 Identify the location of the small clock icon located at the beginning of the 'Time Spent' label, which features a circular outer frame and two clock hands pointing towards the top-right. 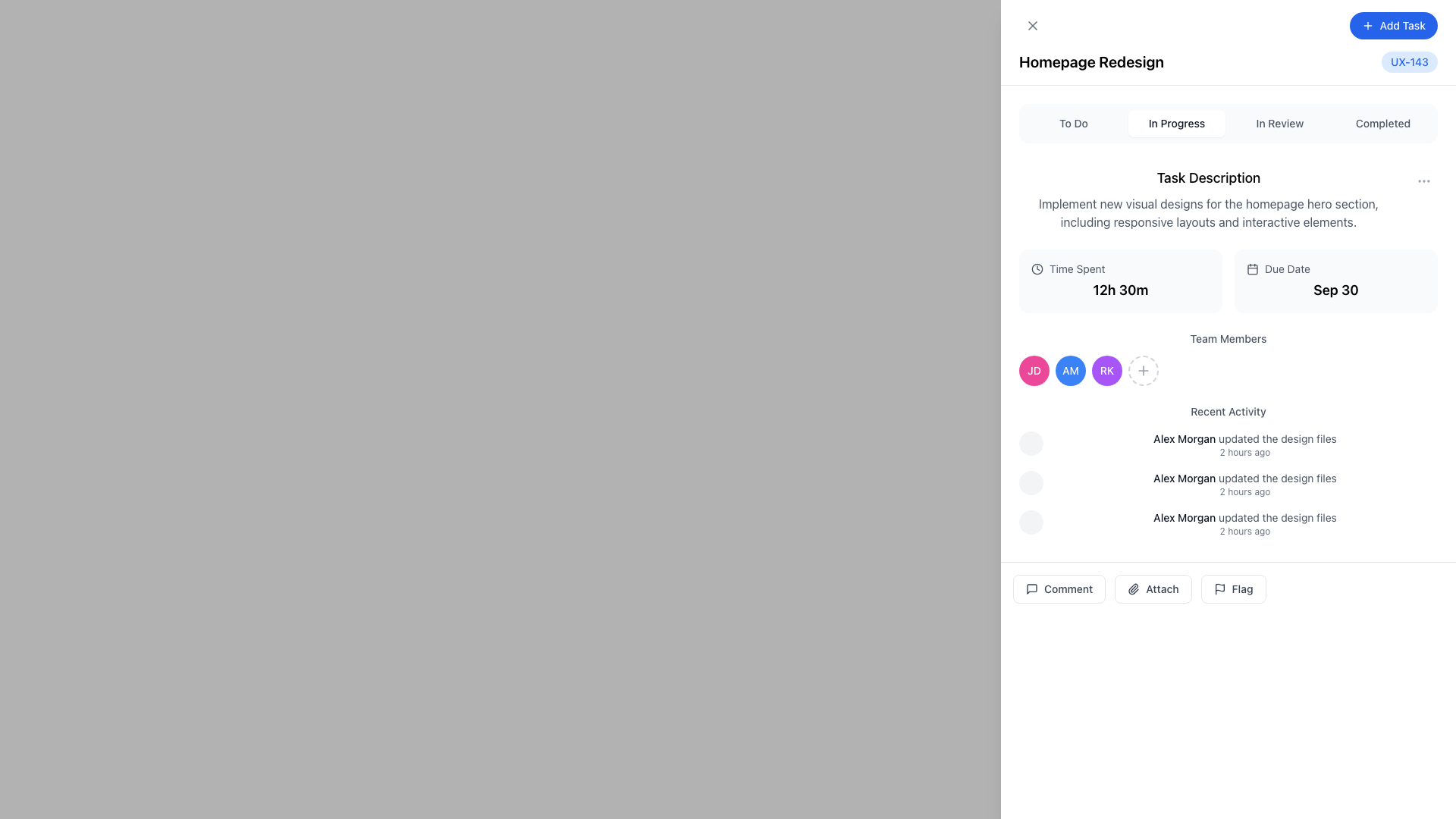
(1037, 268).